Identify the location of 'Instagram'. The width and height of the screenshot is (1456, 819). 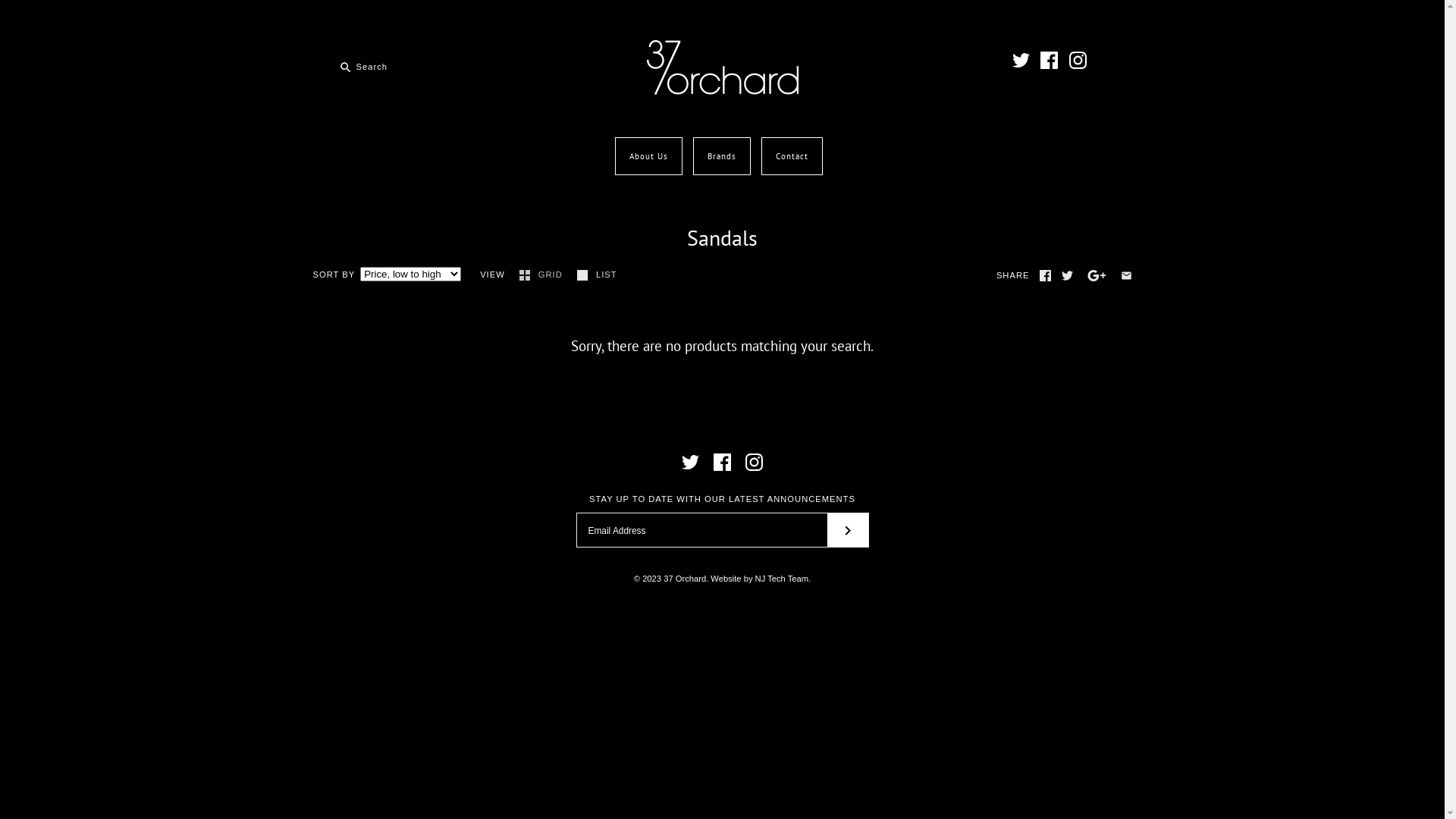
(1077, 59).